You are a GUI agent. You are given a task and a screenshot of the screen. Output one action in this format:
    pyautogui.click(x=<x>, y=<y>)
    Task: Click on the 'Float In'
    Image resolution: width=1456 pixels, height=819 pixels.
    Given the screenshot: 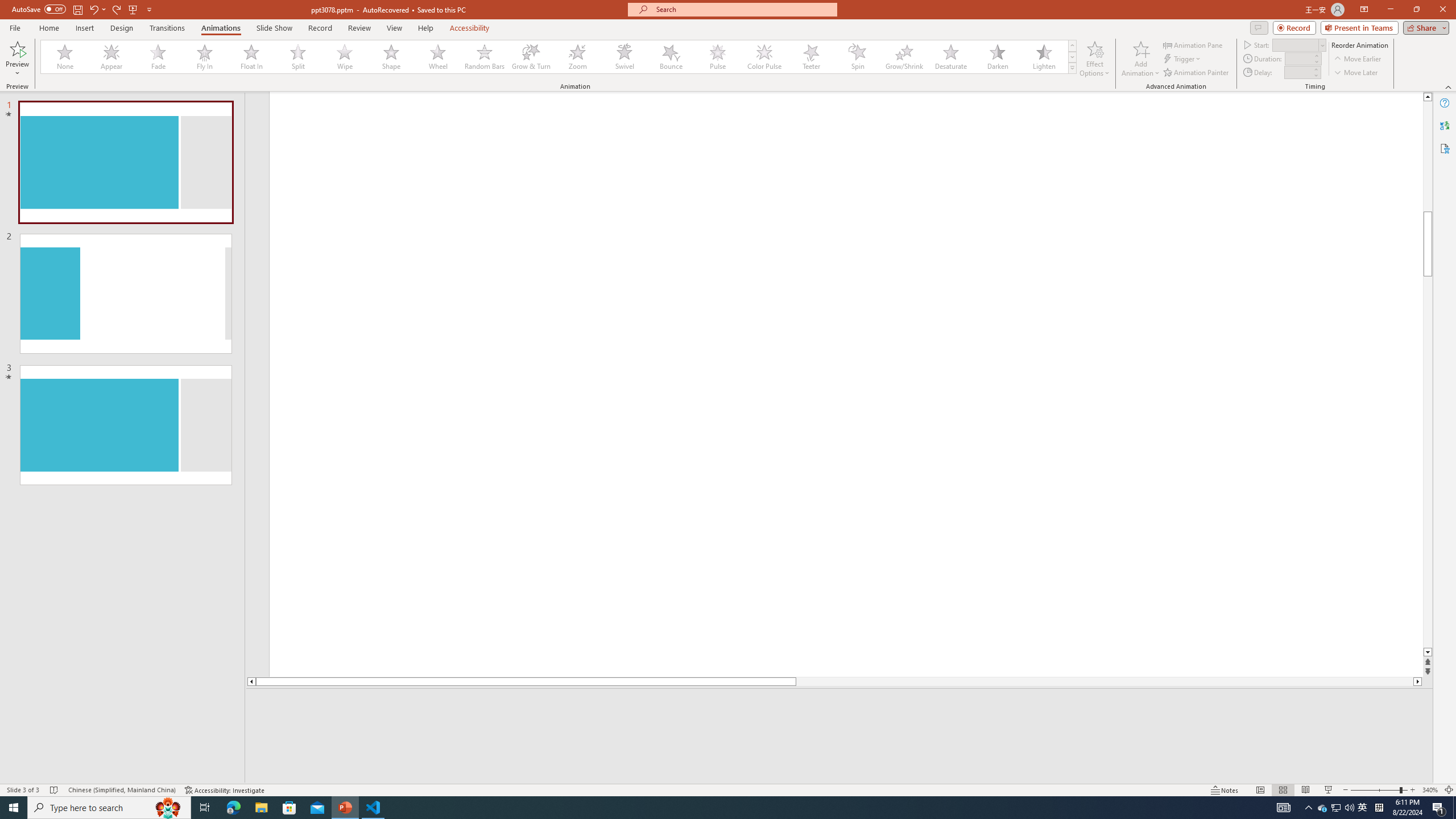 What is the action you would take?
    pyautogui.click(x=251, y=56)
    